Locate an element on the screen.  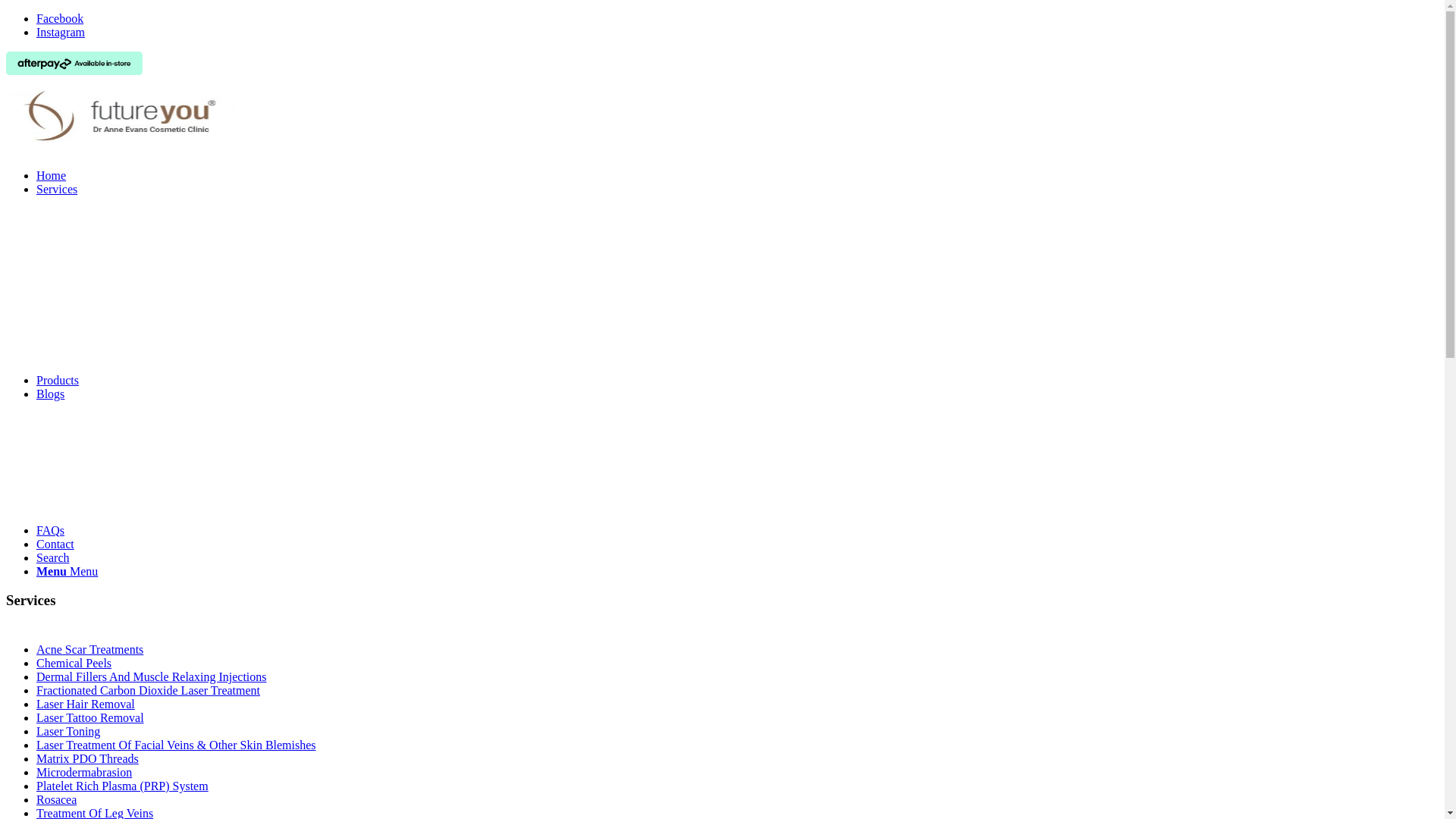
'Chemical Peels' is located at coordinates (36, 662).